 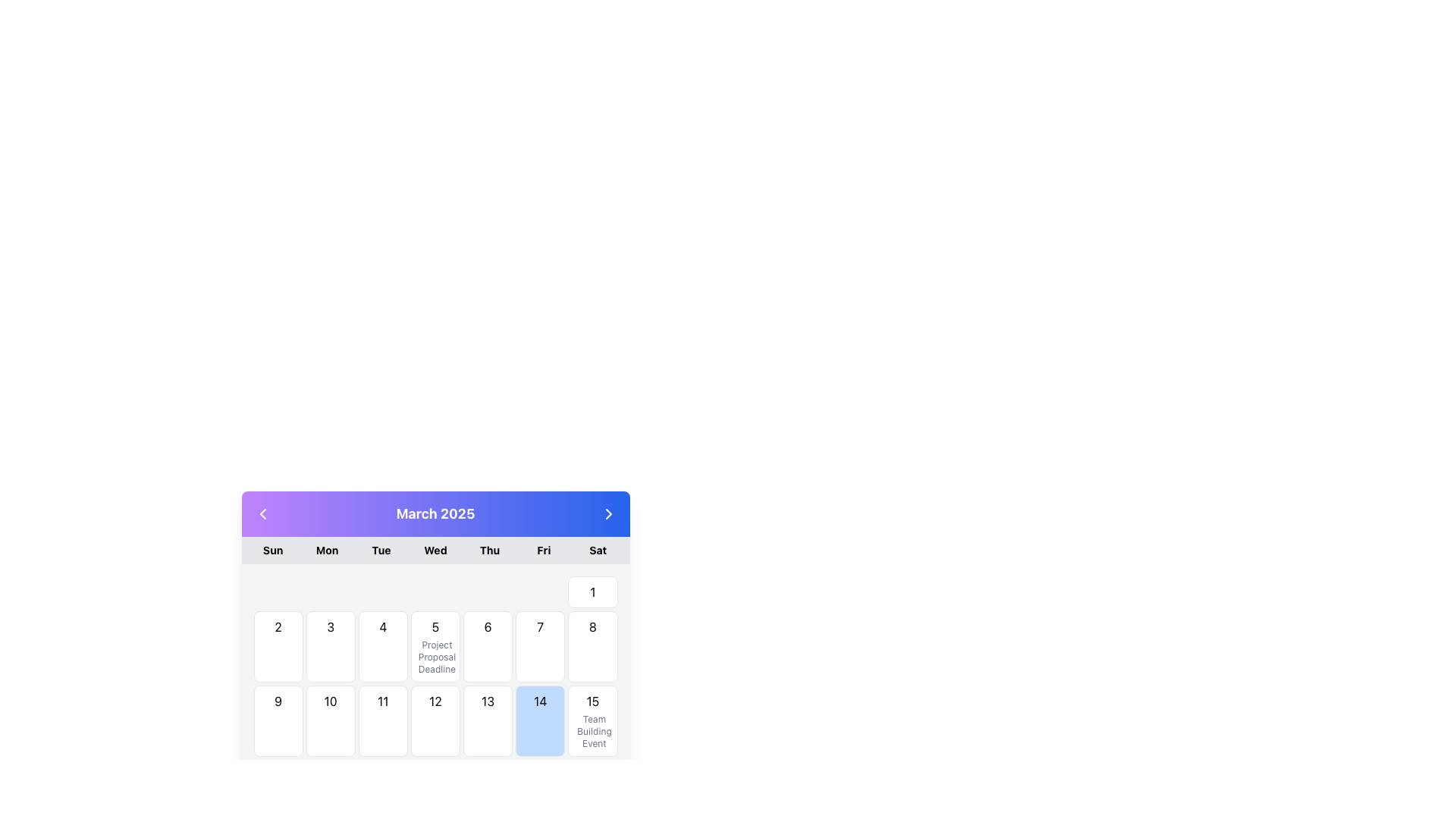 What do you see at coordinates (597, 550) in the screenshot?
I see `the Text Label indicating the Saturday column in the calendar grid, which is the last item in the row of day names` at bounding box center [597, 550].